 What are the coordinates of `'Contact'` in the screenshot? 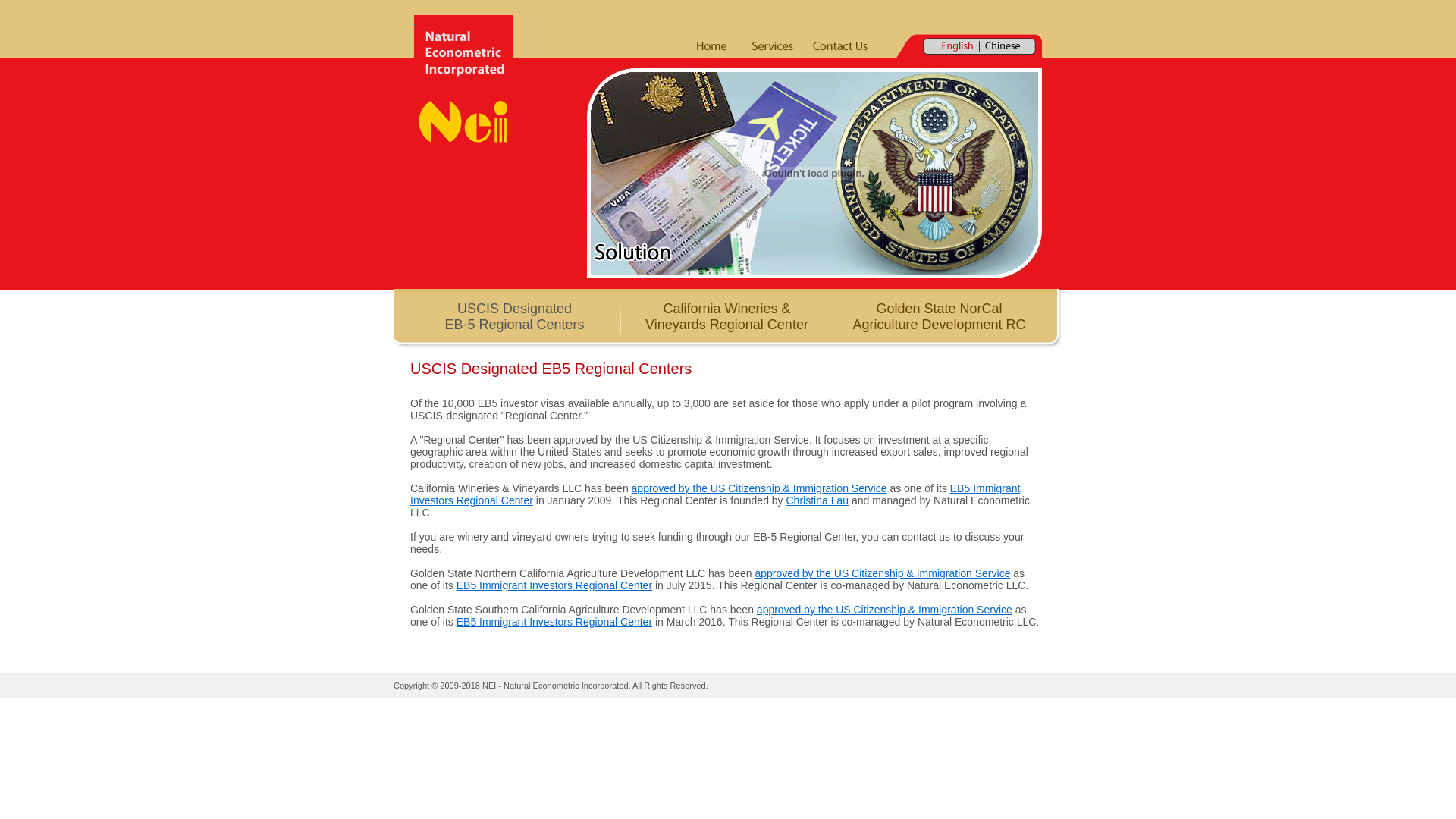 It's located at (804, 45).